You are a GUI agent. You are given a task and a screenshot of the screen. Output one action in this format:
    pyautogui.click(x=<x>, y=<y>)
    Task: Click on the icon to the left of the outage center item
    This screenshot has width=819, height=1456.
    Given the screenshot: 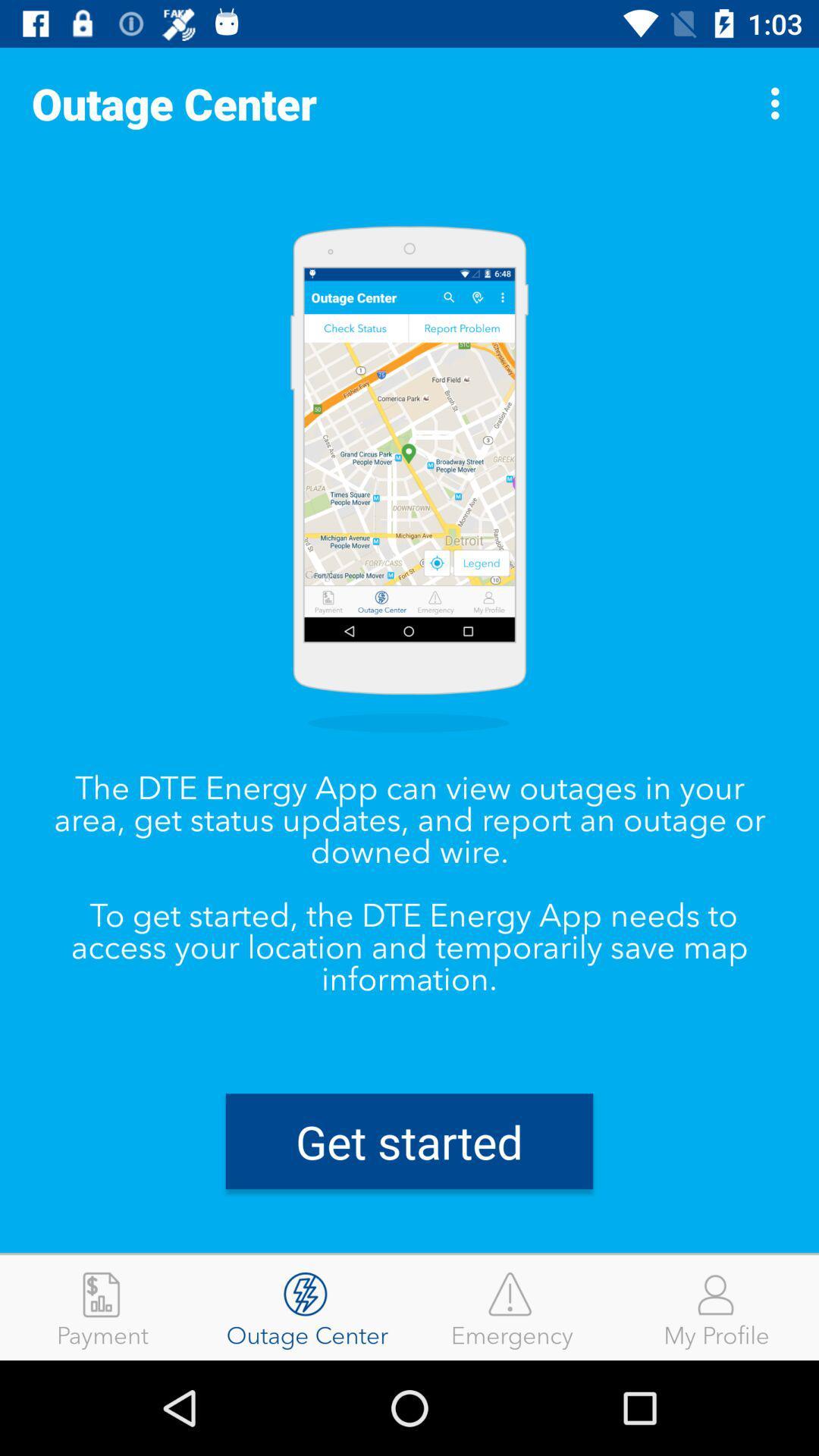 What is the action you would take?
    pyautogui.click(x=102, y=1307)
    